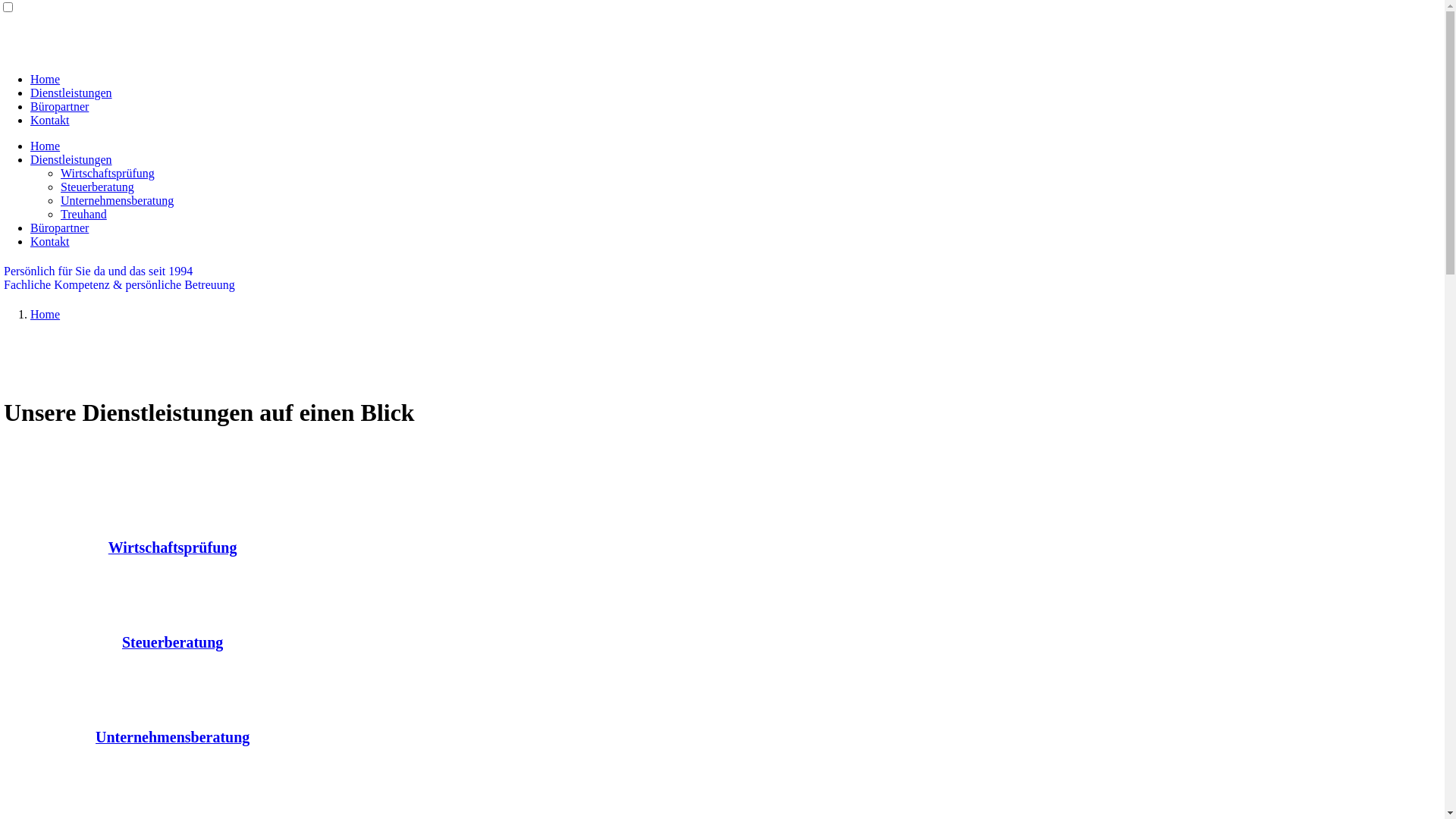 Image resolution: width=1456 pixels, height=819 pixels. I want to click on 'Home', so click(45, 313).